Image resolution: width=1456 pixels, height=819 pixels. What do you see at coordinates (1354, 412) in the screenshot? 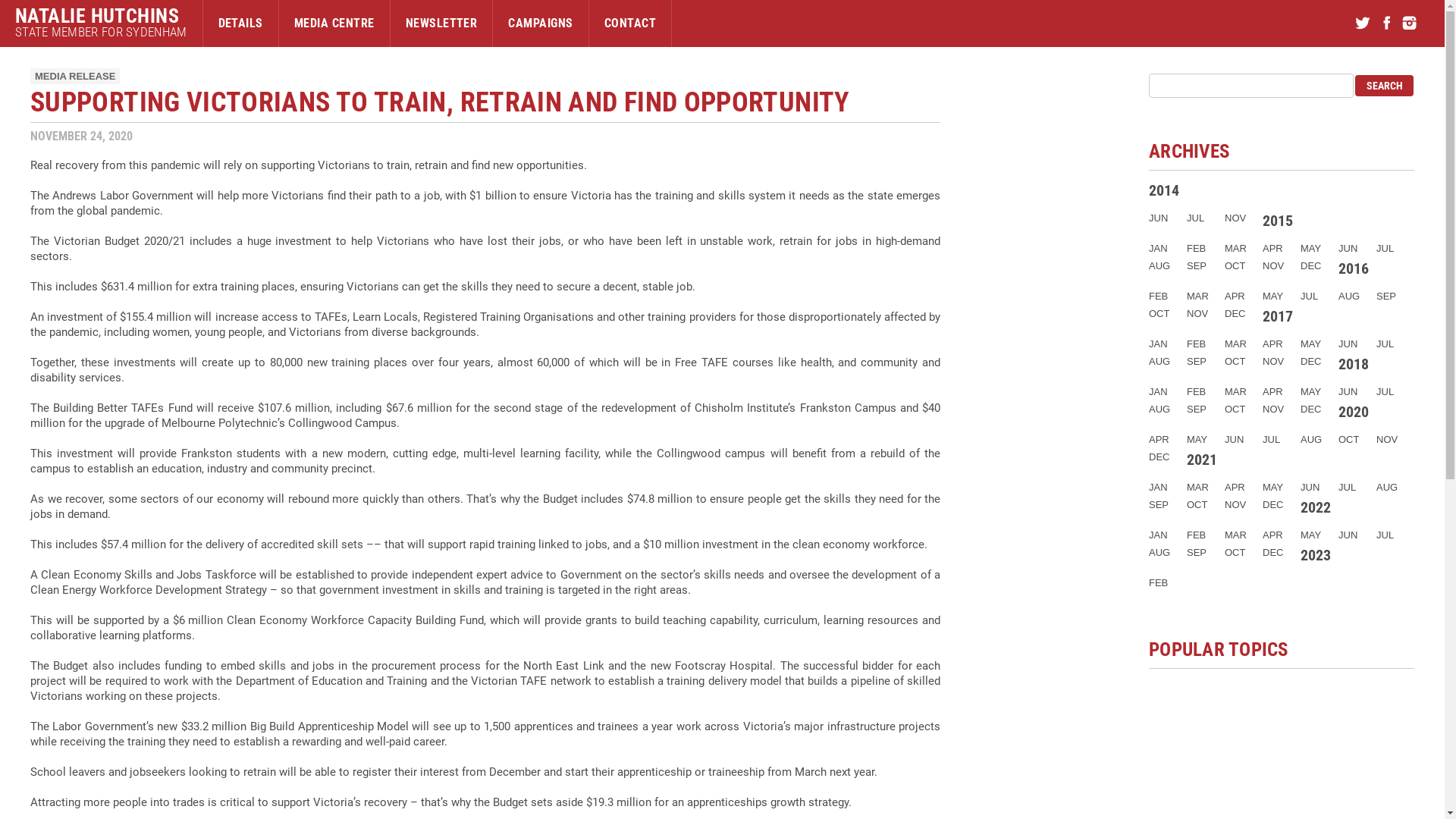
I see `'2020'` at bounding box center [1354, 412].